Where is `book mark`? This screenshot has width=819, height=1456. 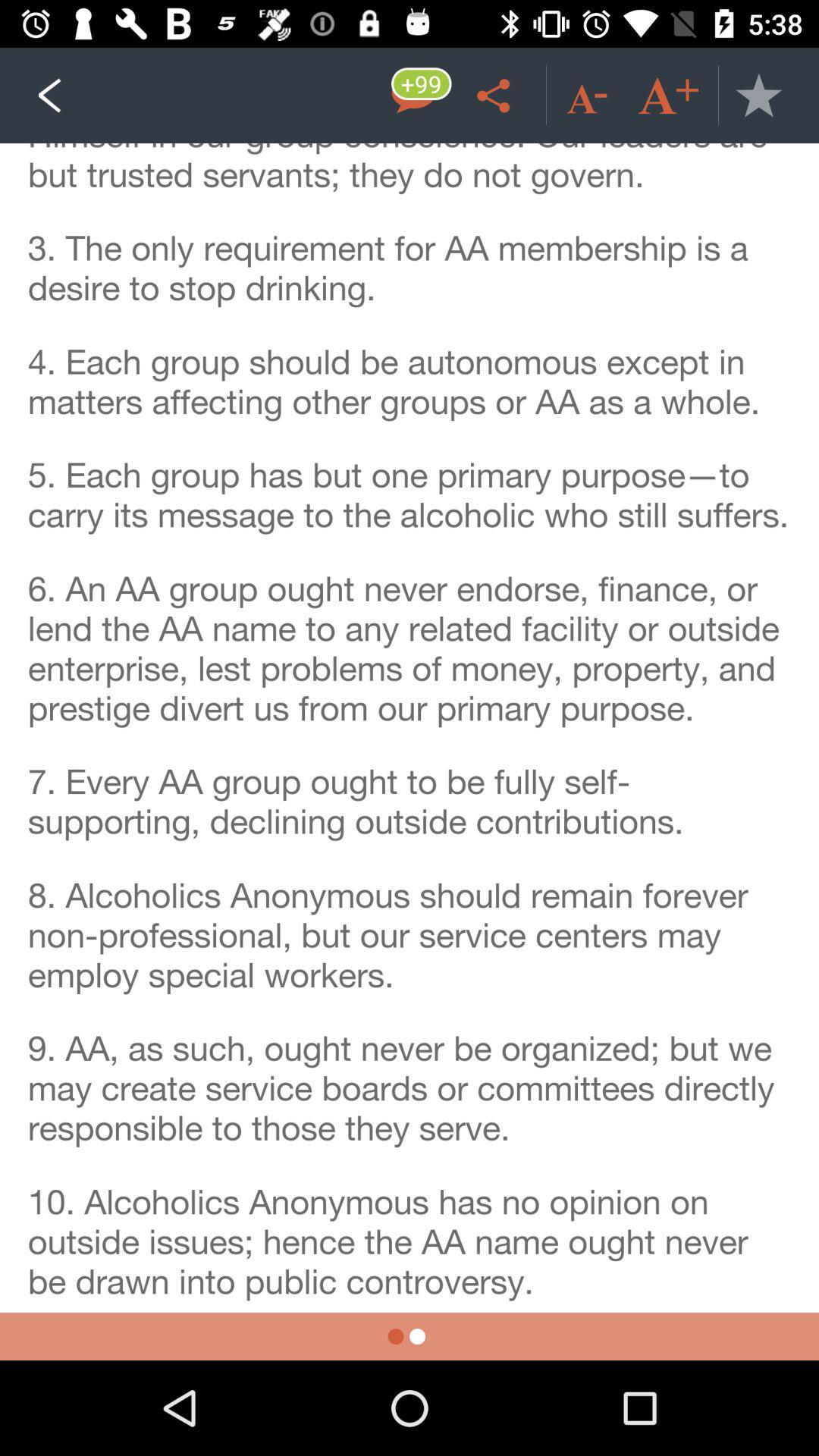 book mark is located at coordinates (758, 94).